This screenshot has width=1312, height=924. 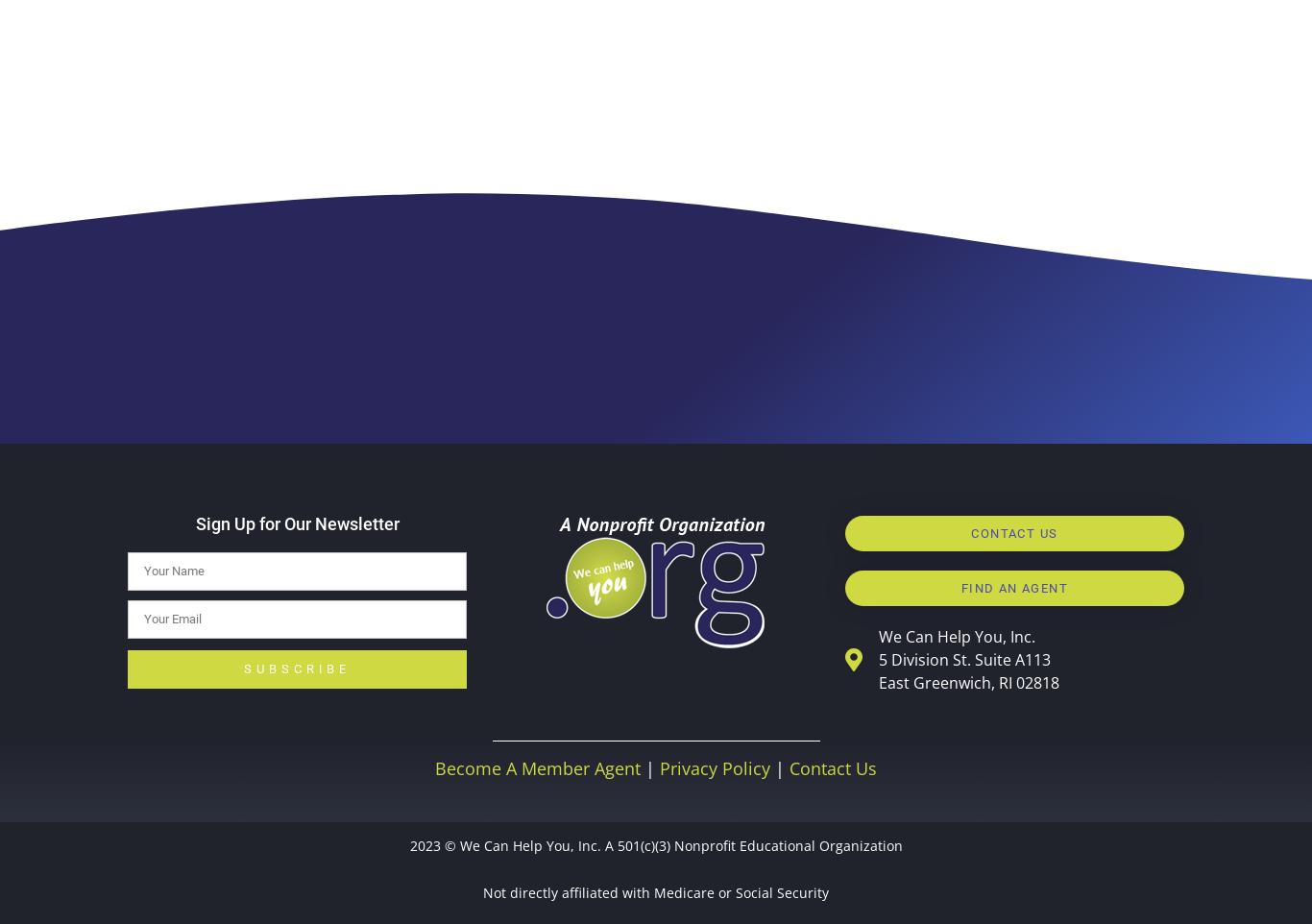 I want to click on 'We Can Help You, Inc.', so click(x=956, y=635).